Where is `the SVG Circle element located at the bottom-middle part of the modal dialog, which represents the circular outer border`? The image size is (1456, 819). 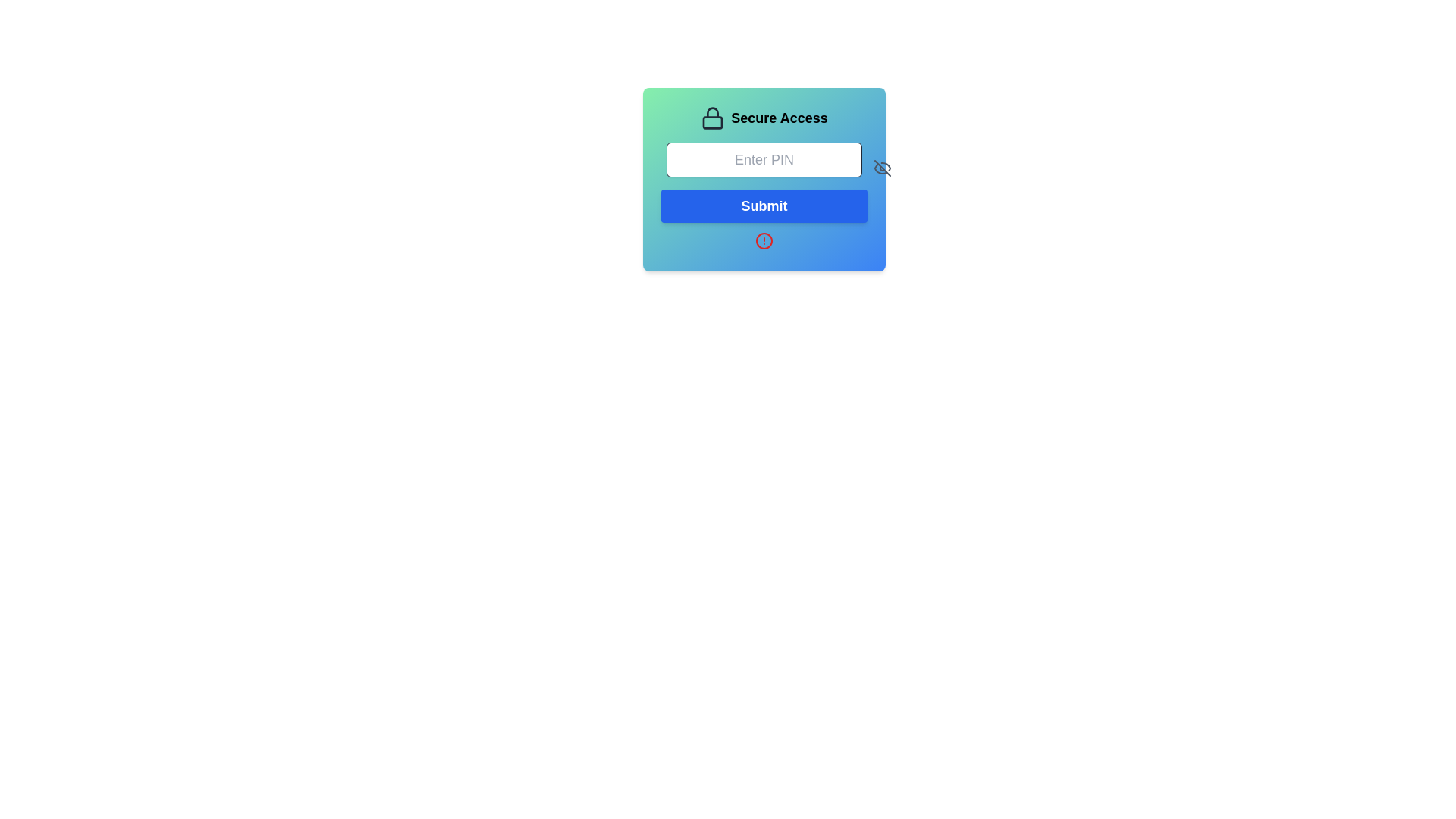 the SVG Circle element located at the bottom-middle part of the modal dialog, which represents the circular outer border is located at coordinates (764, 240).